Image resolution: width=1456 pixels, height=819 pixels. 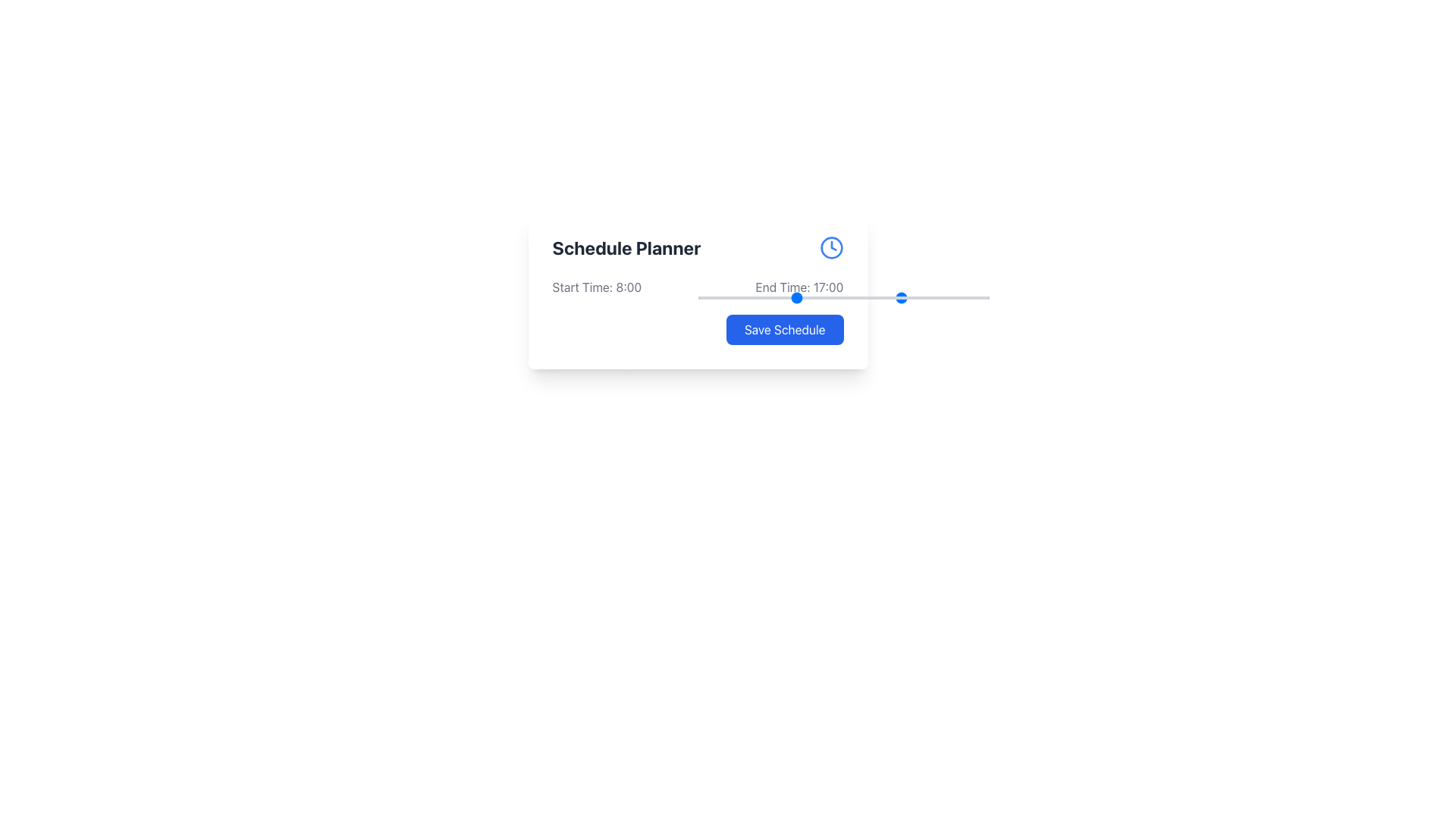 What do you see at coordinates (697, 298) in the screenshot?
I see `the end time` at bounding box center [697, 298].